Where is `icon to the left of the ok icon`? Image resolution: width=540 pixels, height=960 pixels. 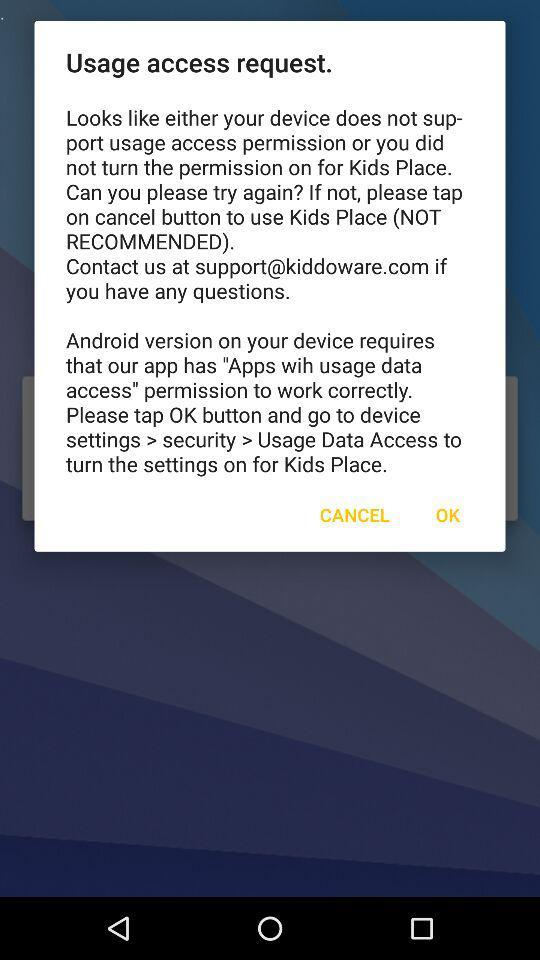
icon to the left of the ok icon is located at coordinates (353, 513).